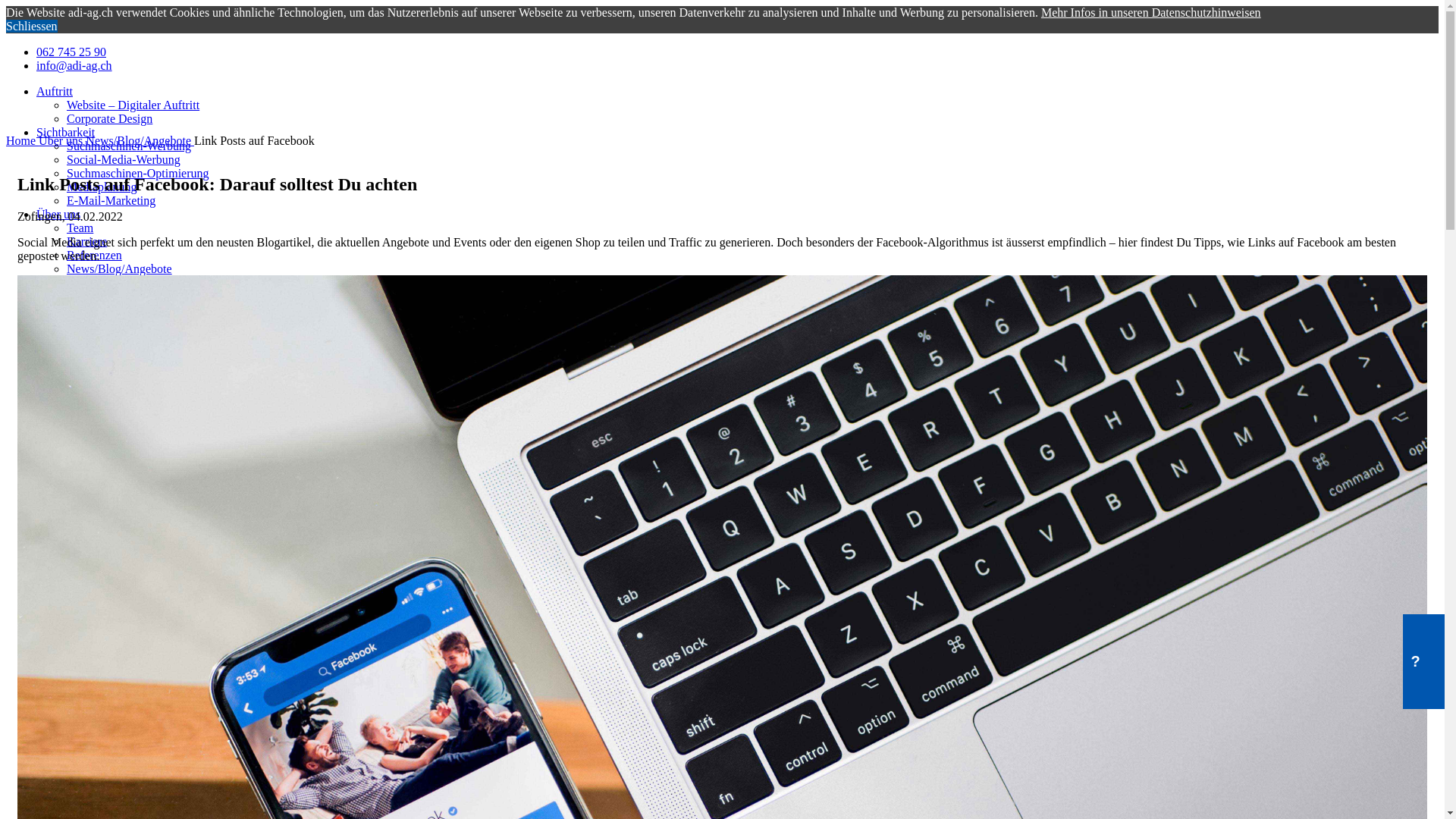 This screenshot has width=1456, height=819. I want to click on 'E-Mail-Marketing', so click(65, 199).